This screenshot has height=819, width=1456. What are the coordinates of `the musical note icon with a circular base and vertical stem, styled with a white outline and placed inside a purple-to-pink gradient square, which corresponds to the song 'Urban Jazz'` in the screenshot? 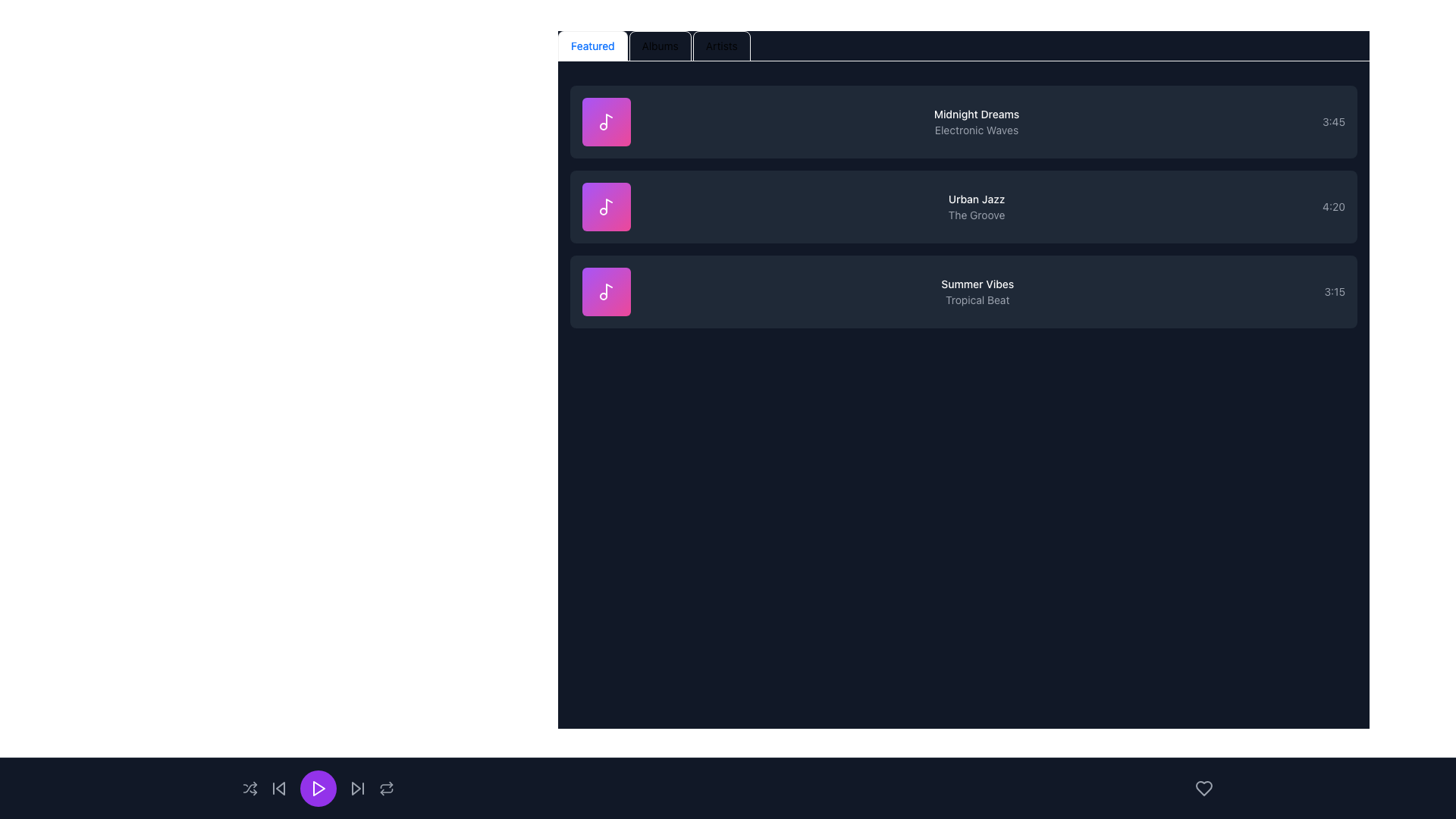 It's located at (607, 207).